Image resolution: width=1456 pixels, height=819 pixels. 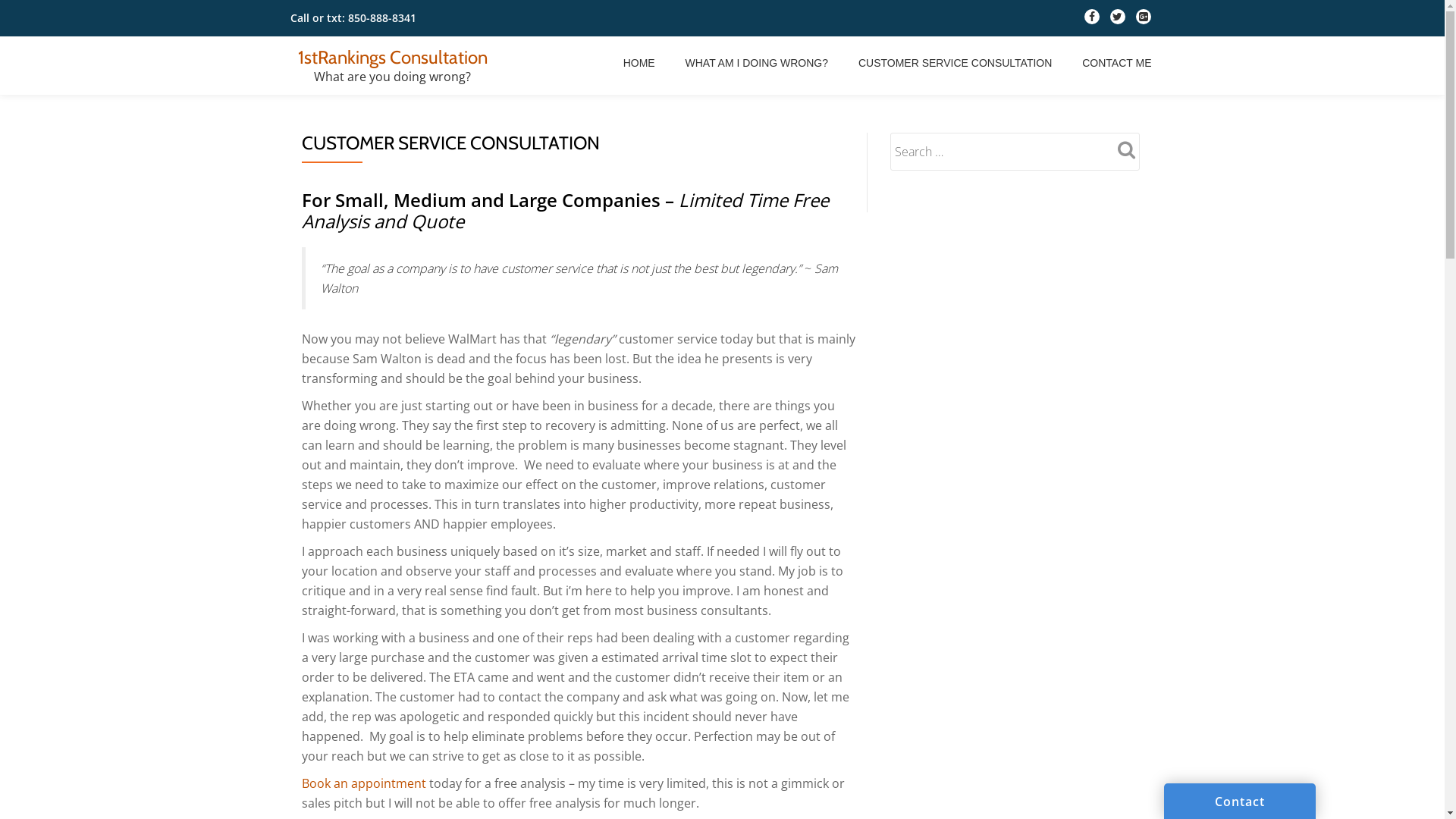 What do you see at coordinates (392, 56) in the screenshot?
I see `'1stRankings Consultation'` at bounding box center [392, 56].